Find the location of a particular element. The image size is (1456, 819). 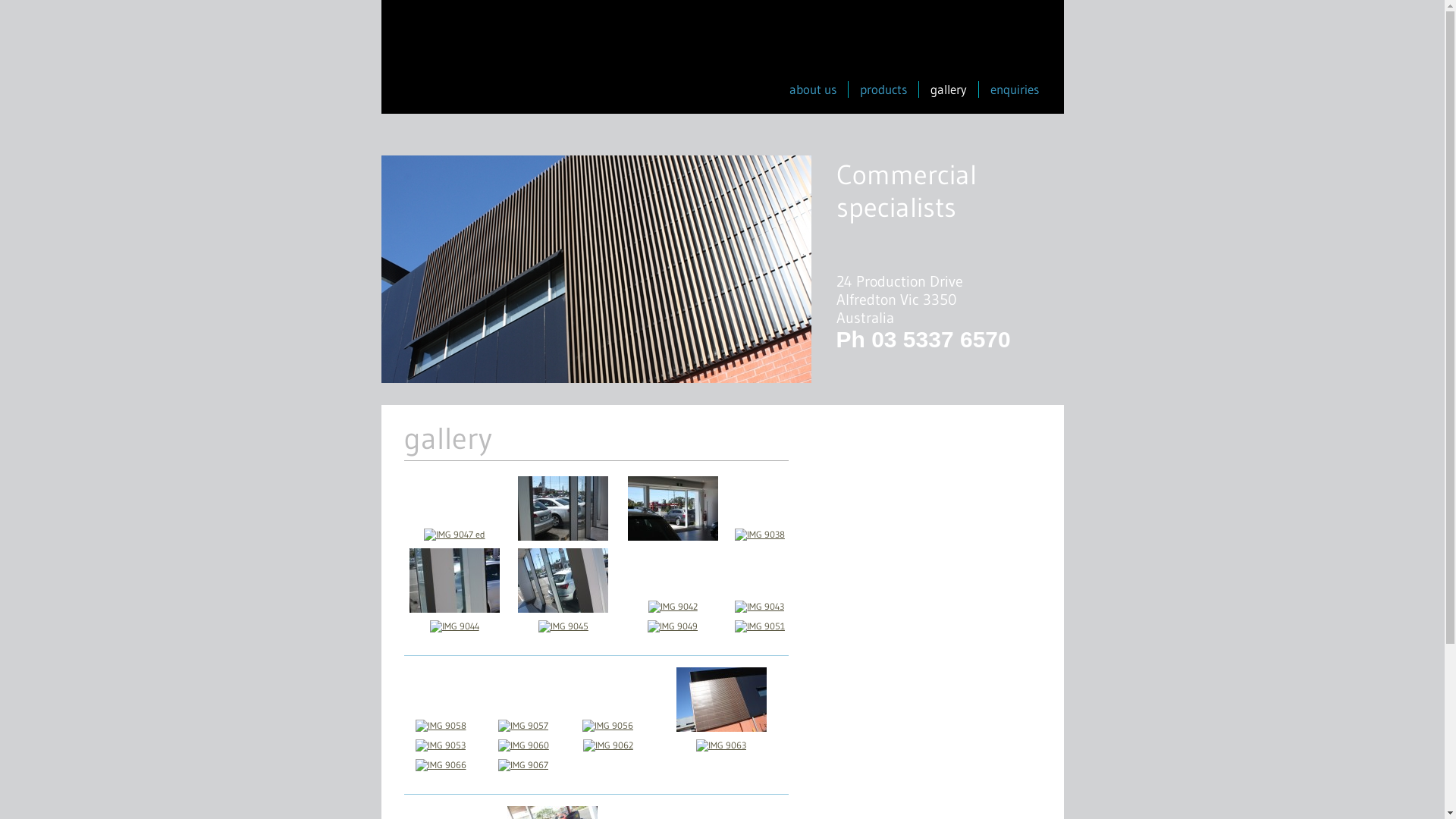

'IMG 9037' is located at coordinates (672, 534).